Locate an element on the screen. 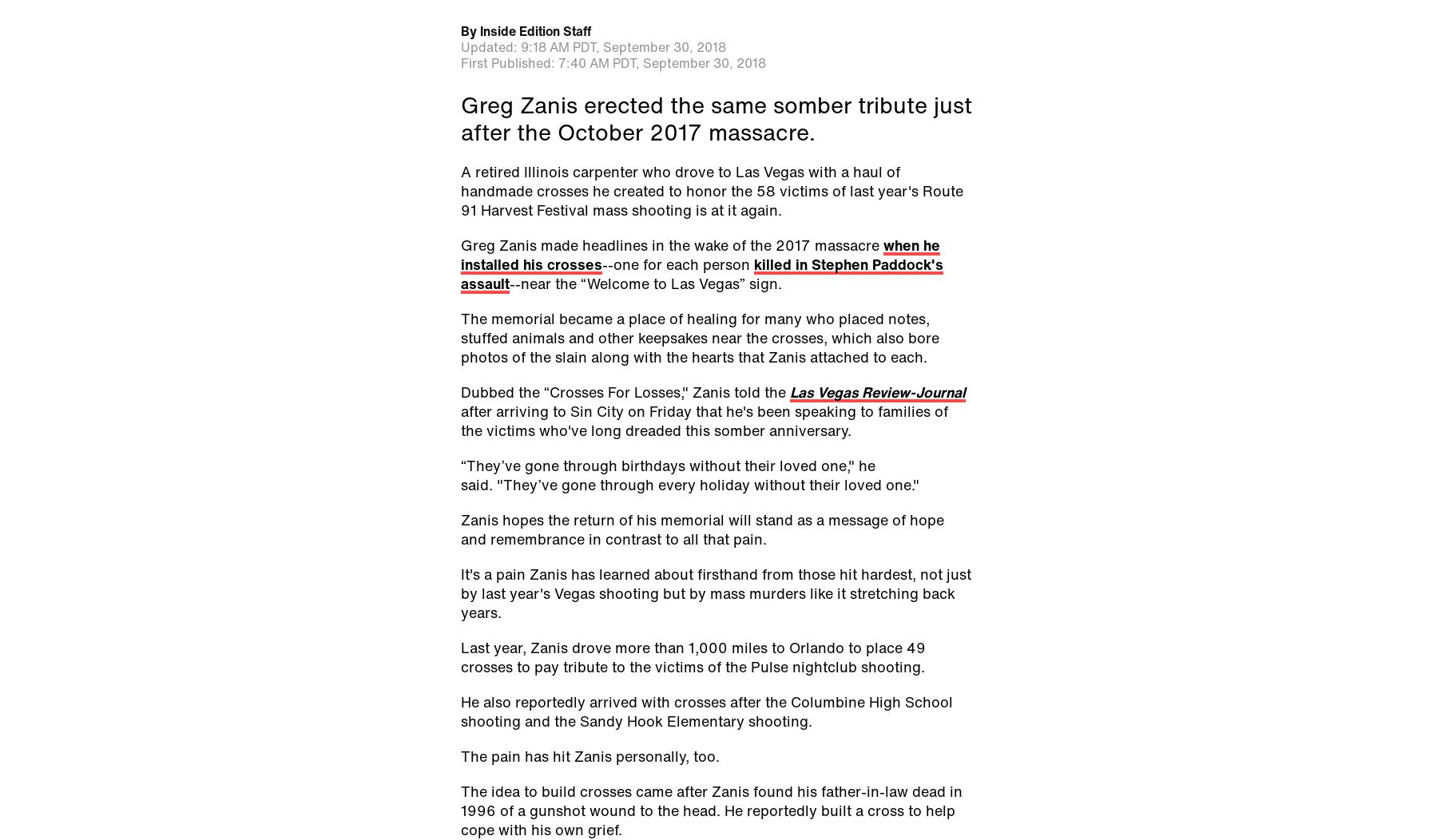 This screenshot has width=1433, height=840. 'The idea to build crosses came after Zanis found his father-in-law dead in 1996 of a gunshot wound to the head. He reportedly built a cross to help cope with his own grief.' is located at coordinates (712, 809).